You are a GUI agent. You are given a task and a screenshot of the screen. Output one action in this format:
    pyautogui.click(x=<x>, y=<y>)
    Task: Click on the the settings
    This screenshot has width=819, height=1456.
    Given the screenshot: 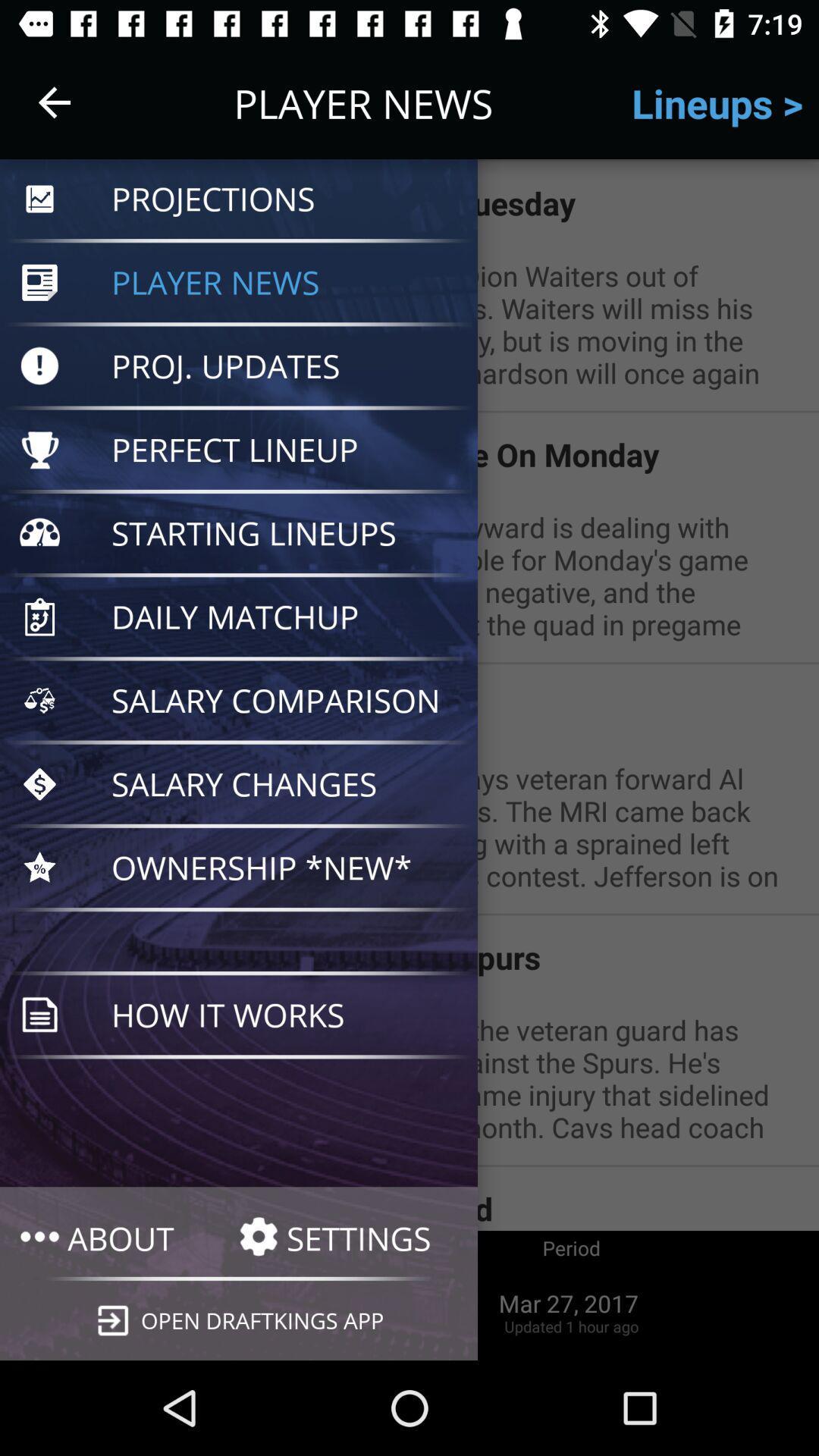 What is the action you would take?
    pyautogui.click(x=348, y=1237)
    